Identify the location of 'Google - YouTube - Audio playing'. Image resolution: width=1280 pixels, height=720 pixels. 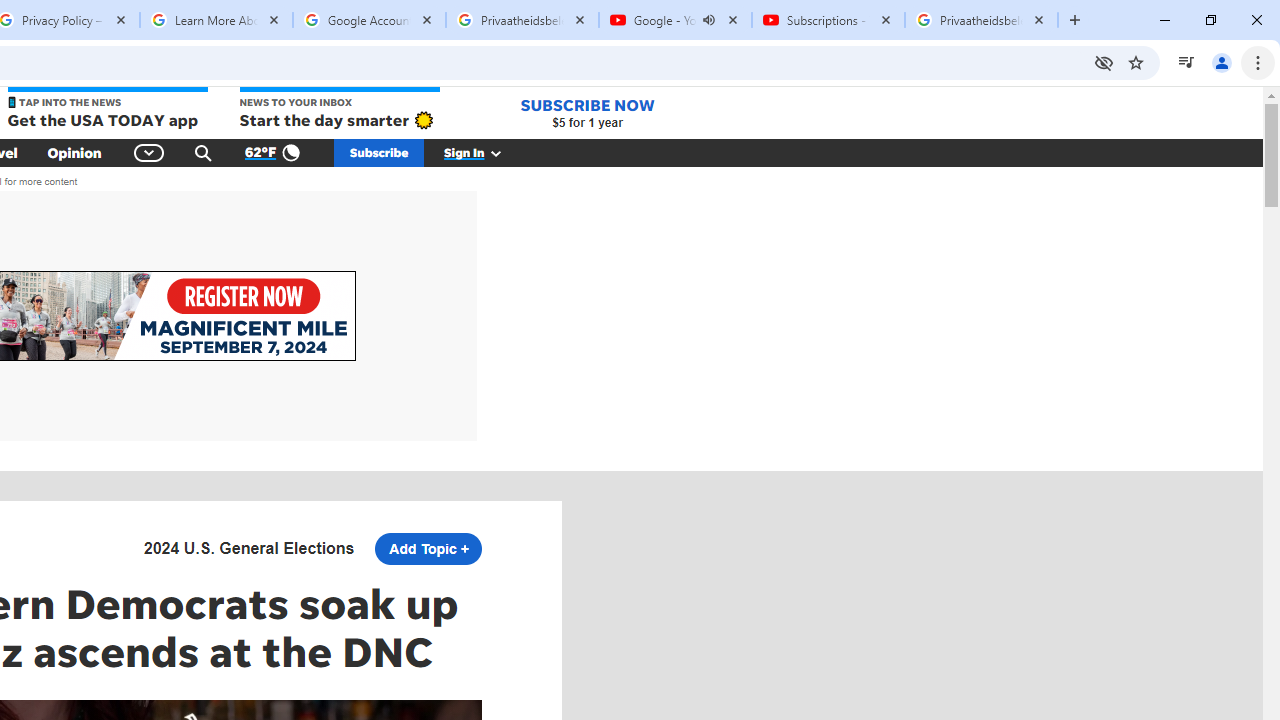
(675, 20).